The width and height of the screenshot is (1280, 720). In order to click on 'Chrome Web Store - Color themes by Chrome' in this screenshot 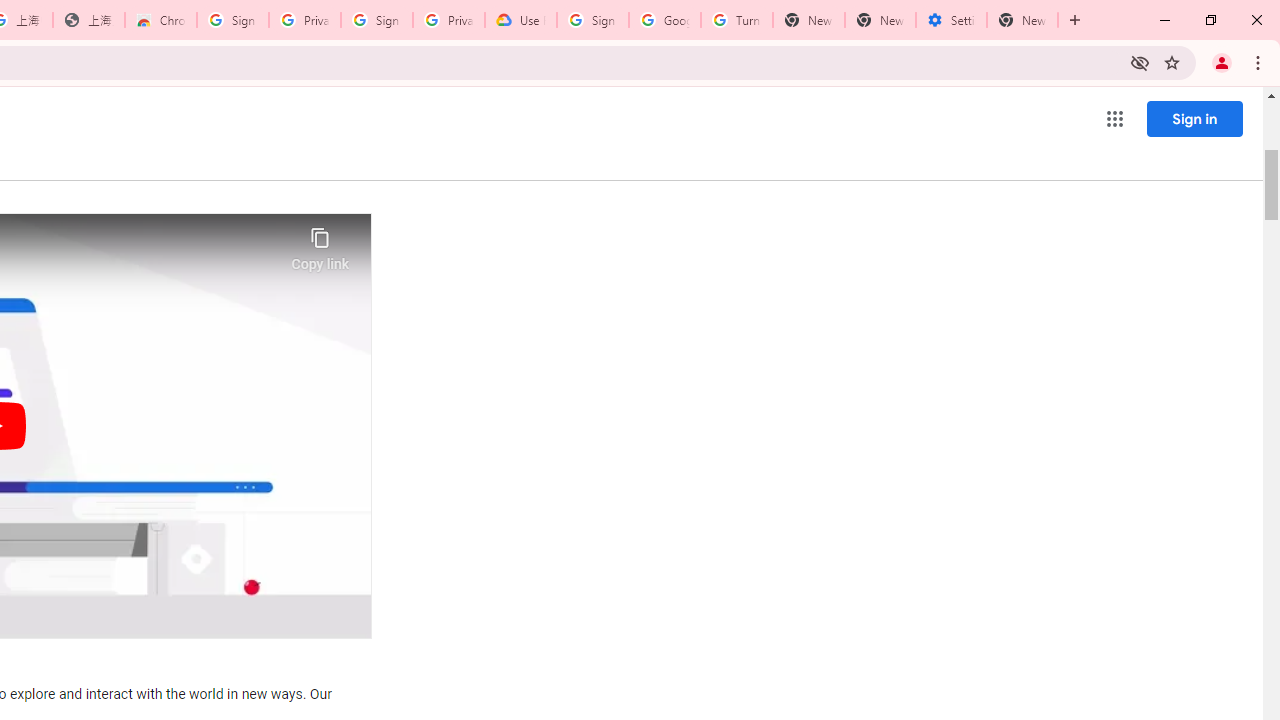, I will do `click(161, 20)`.